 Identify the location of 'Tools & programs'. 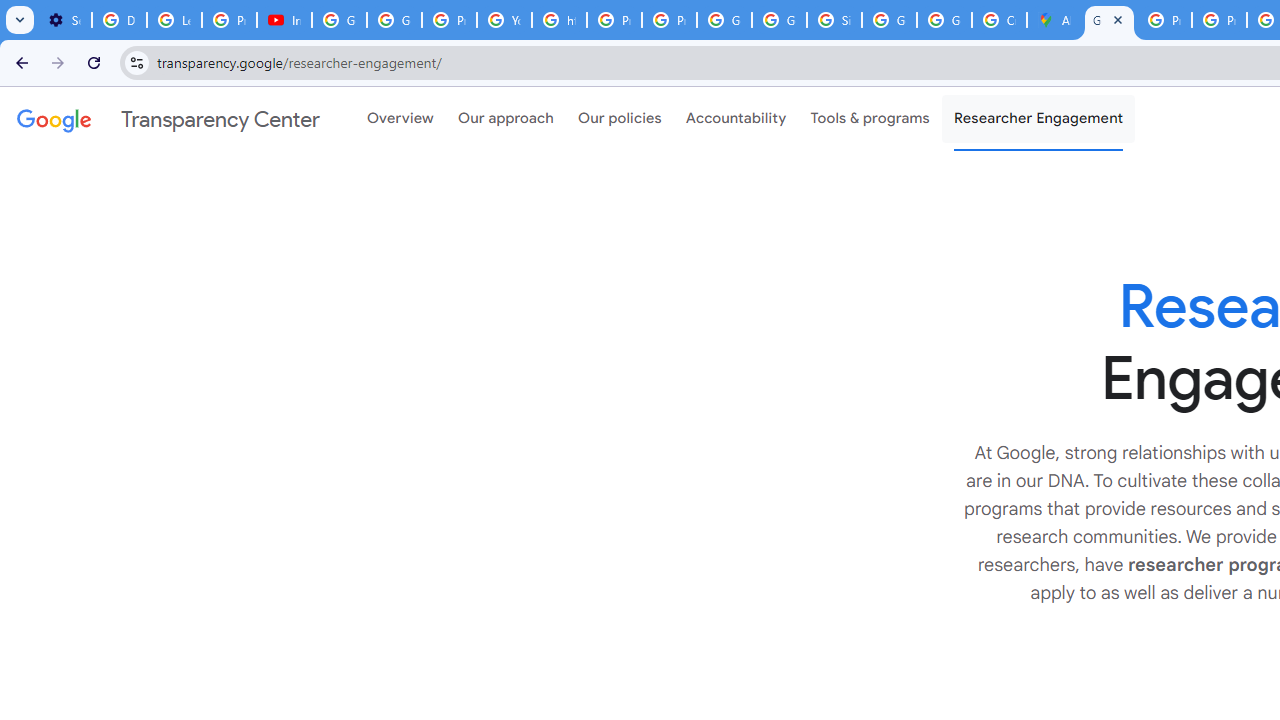
(869, 119).